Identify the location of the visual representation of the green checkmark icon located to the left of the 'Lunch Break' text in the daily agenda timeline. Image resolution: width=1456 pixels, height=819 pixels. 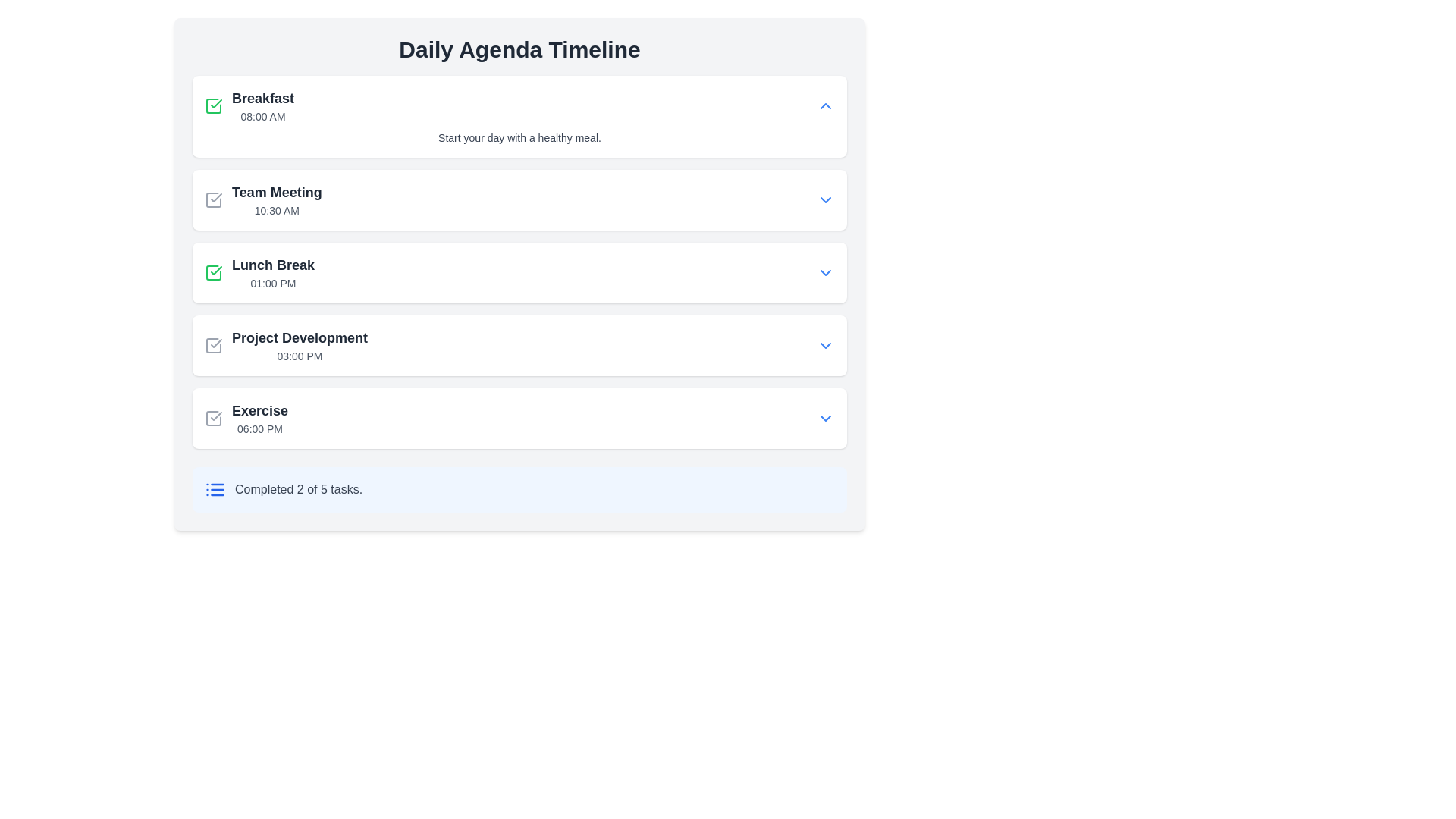
(215, 103).